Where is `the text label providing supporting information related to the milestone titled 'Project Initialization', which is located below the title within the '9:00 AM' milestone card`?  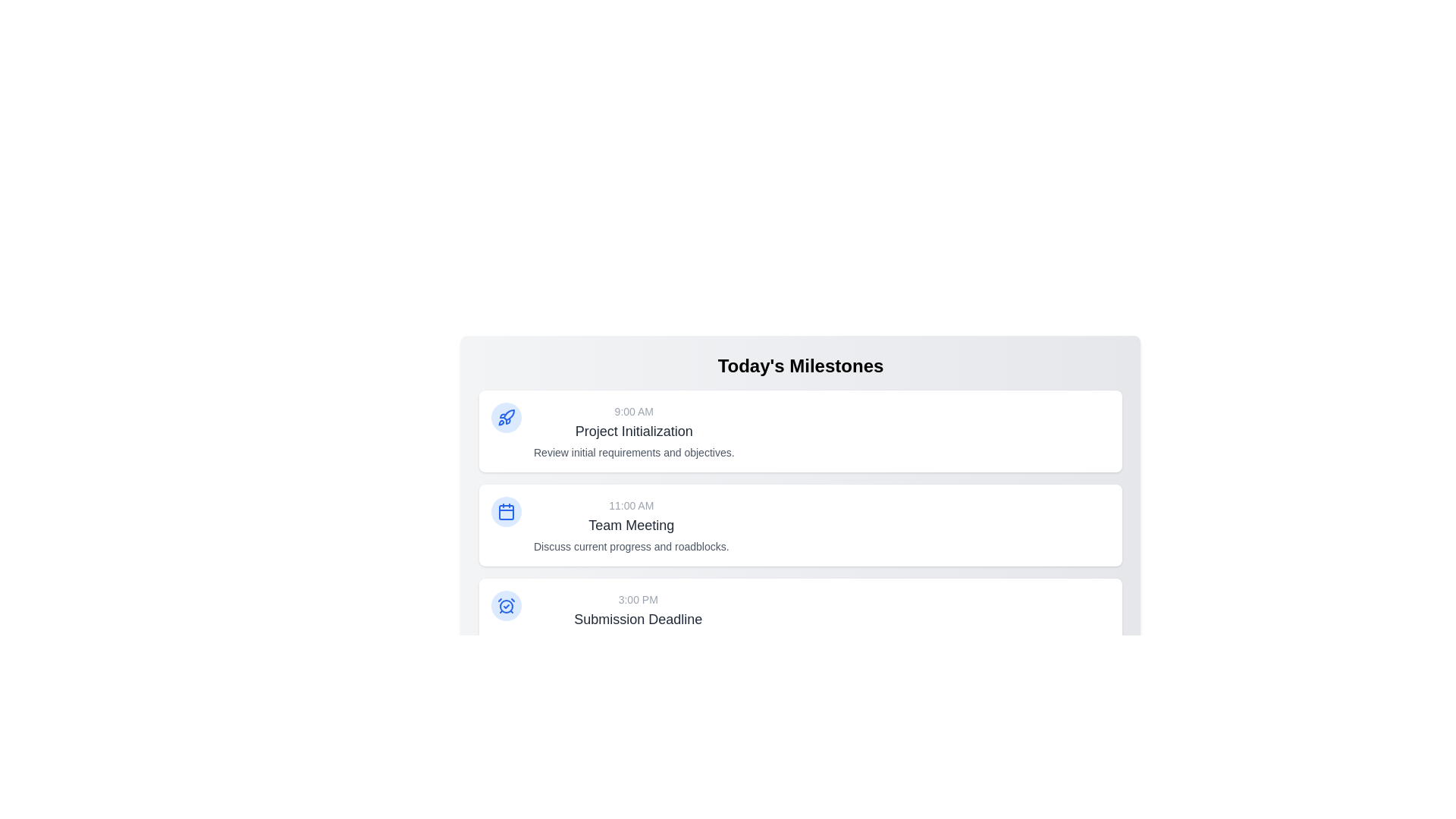 the text label providing supporting information related to the milestone titled 'Project Initialization', which is located below the title within the '9:00 AM' milestone card is located at coordinates (634, 452).